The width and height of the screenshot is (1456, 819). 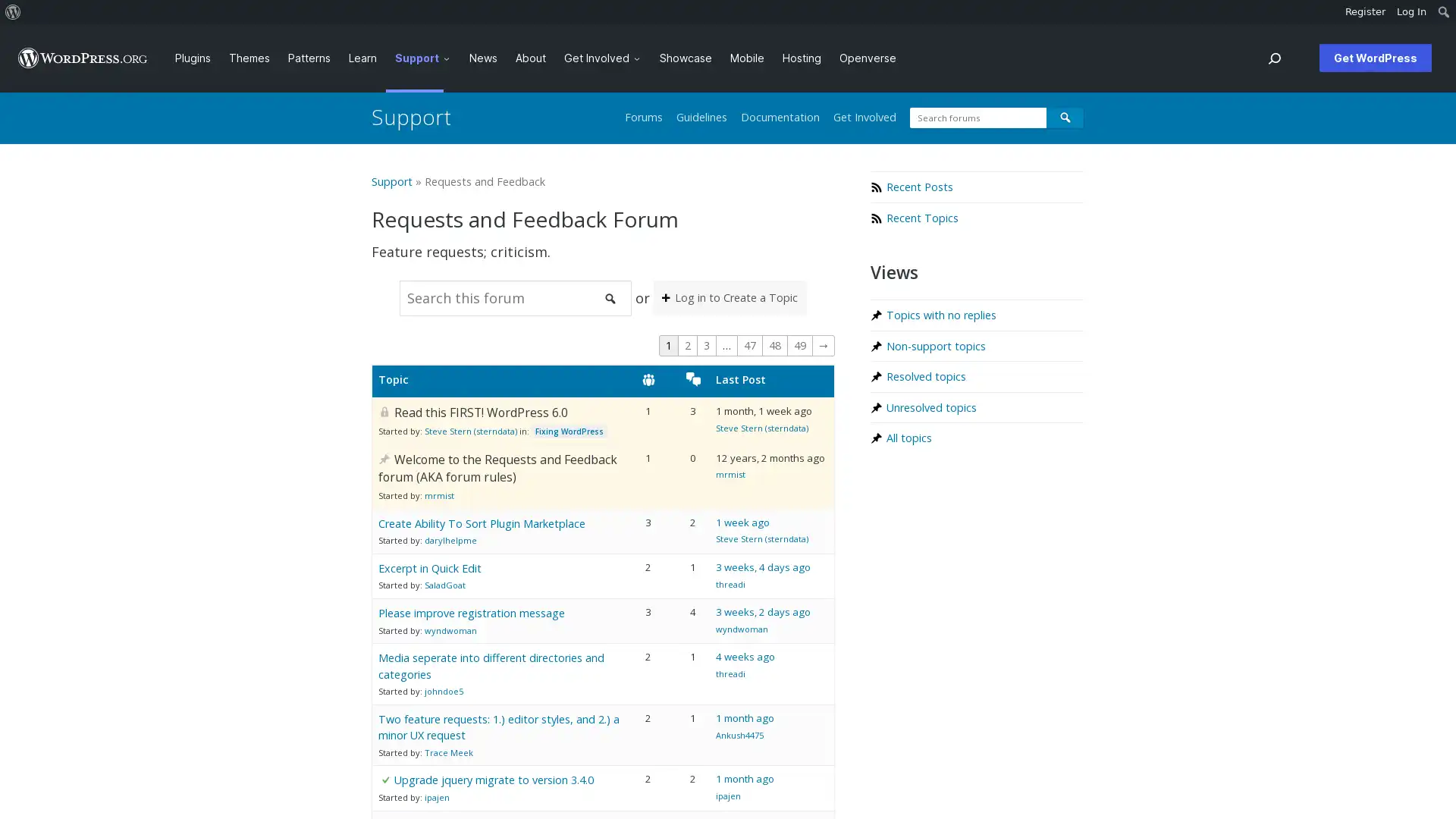 I want to click on Support submenu, so click(x=450, y=57).